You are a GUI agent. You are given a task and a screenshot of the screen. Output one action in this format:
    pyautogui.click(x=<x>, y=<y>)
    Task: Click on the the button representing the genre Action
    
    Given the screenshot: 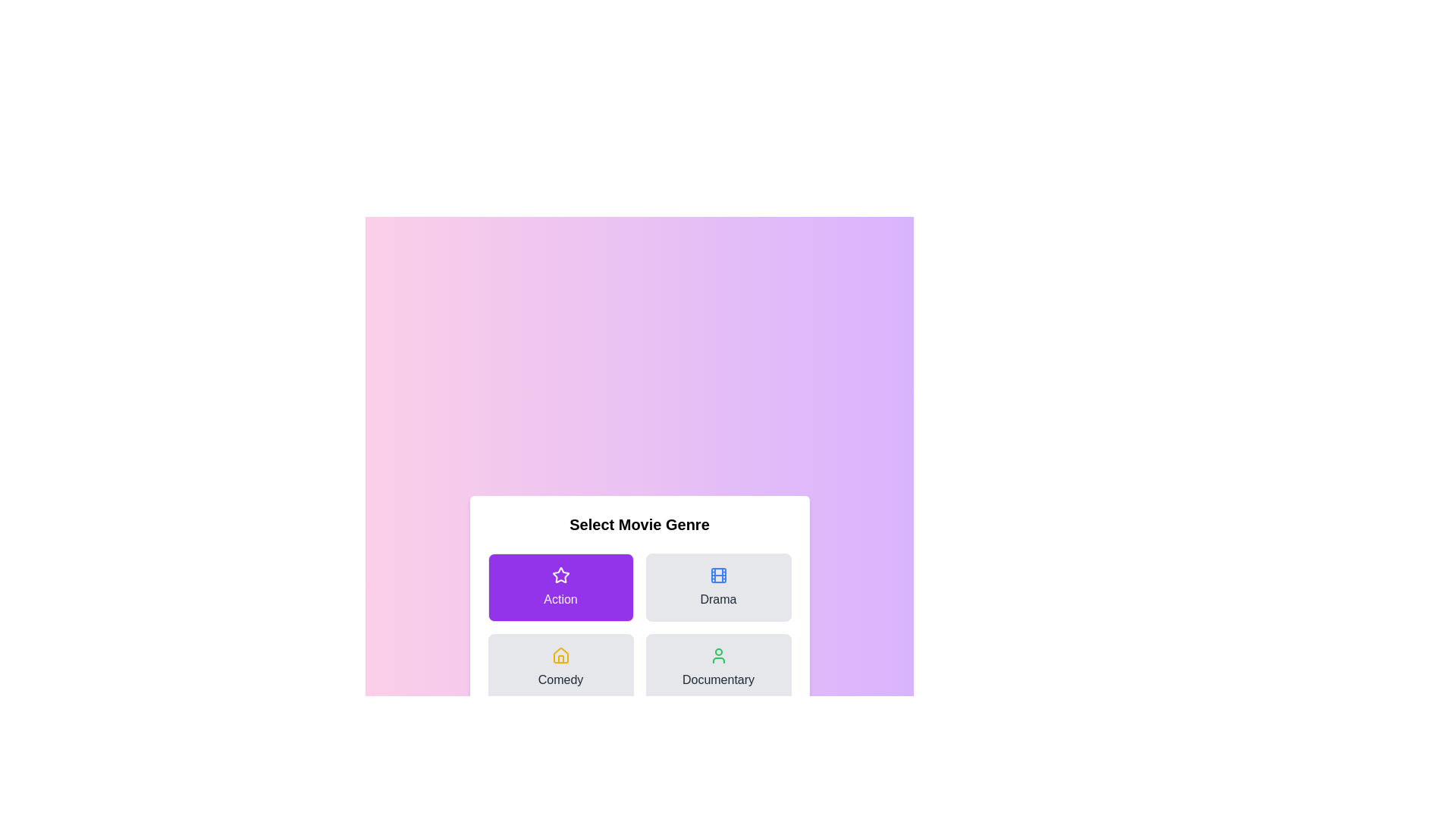 What is the action you would take?
    pyautogui.click(x=560, y=587)
    